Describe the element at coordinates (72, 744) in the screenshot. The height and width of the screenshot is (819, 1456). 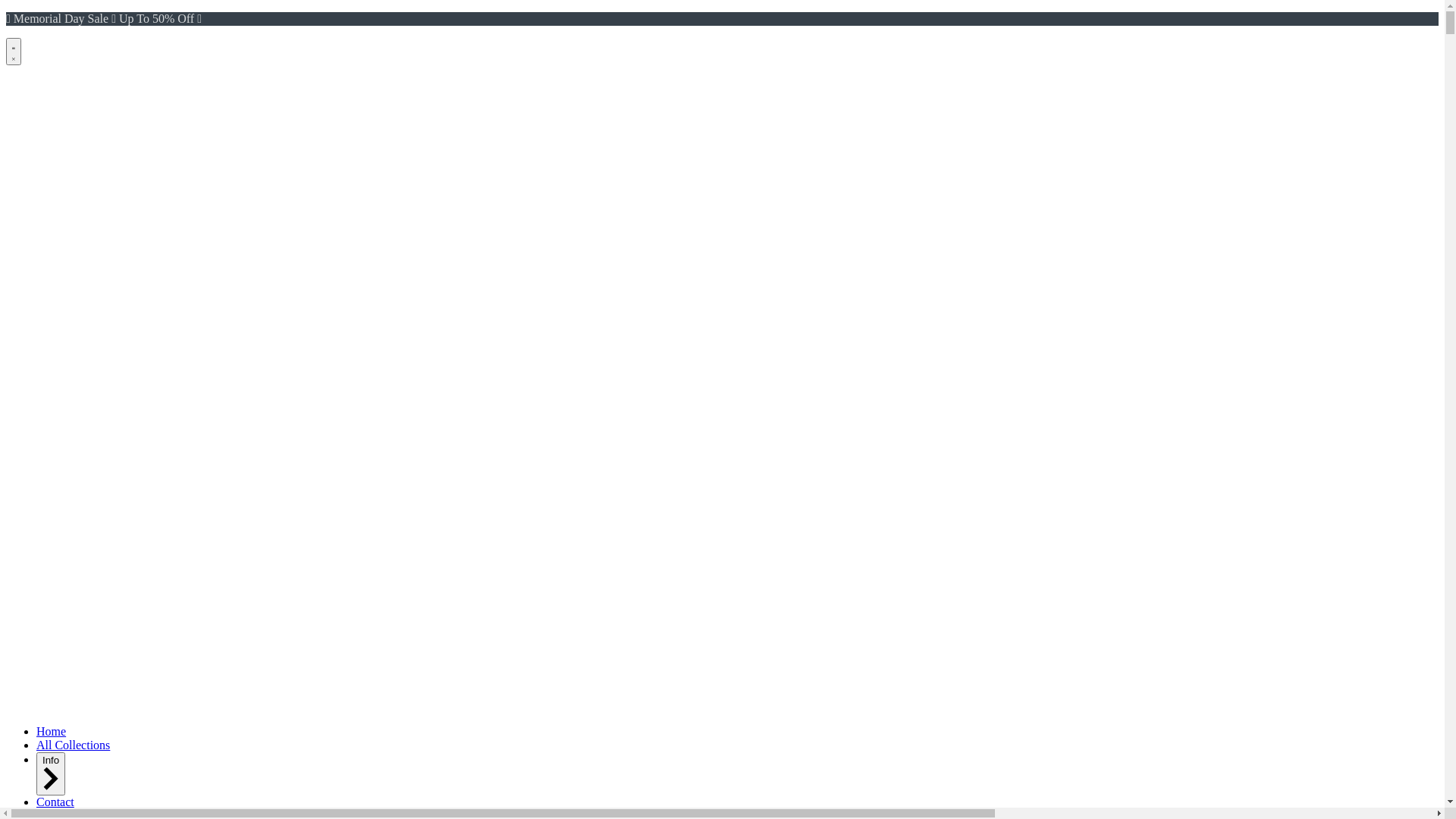
I see `'All Collections'` at that location.